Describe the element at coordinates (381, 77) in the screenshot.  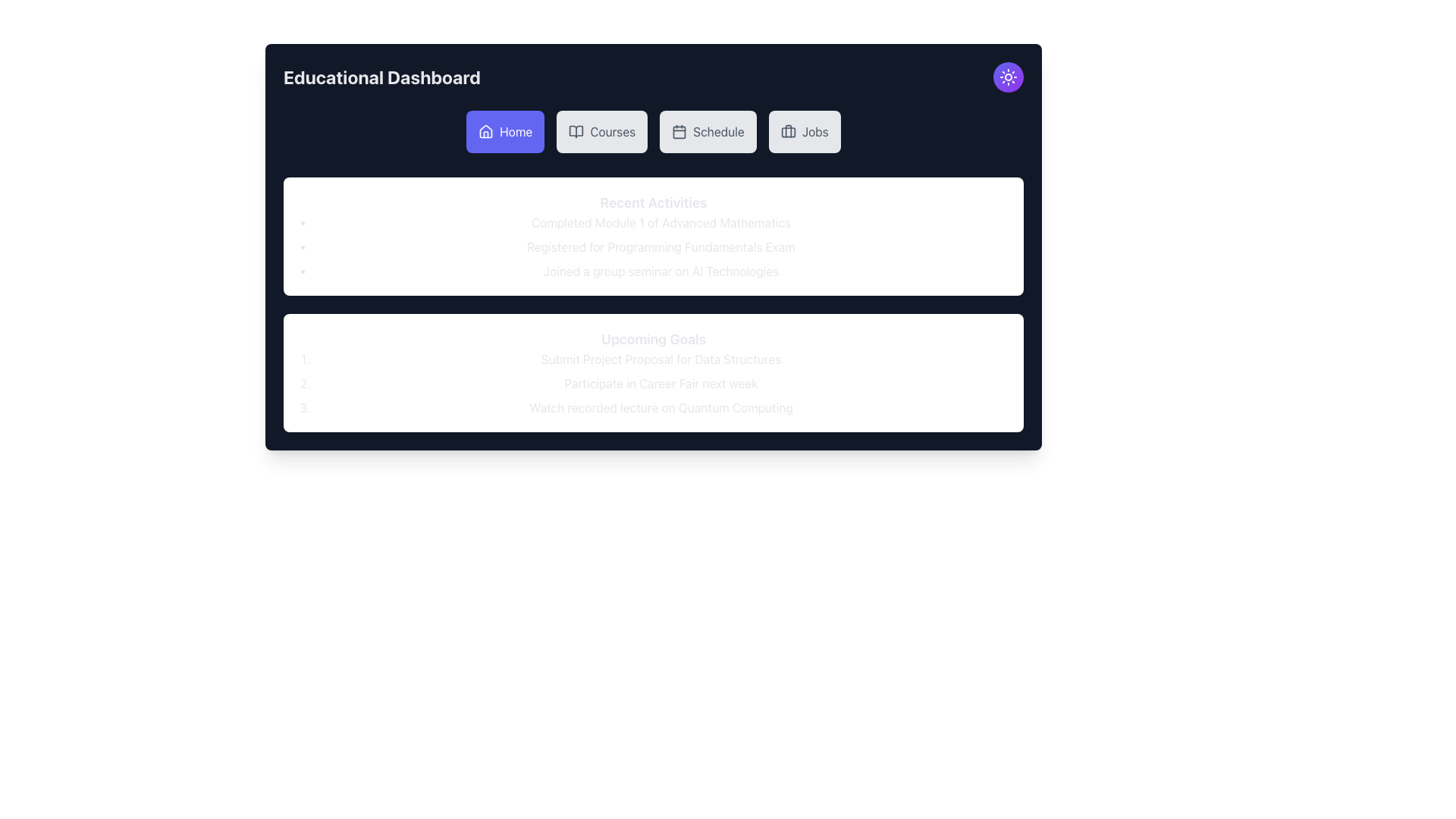
I see `the educational title Text Label located at the top-left corner of the header bar, which serves as the primary heading for the dashboard` at that location.